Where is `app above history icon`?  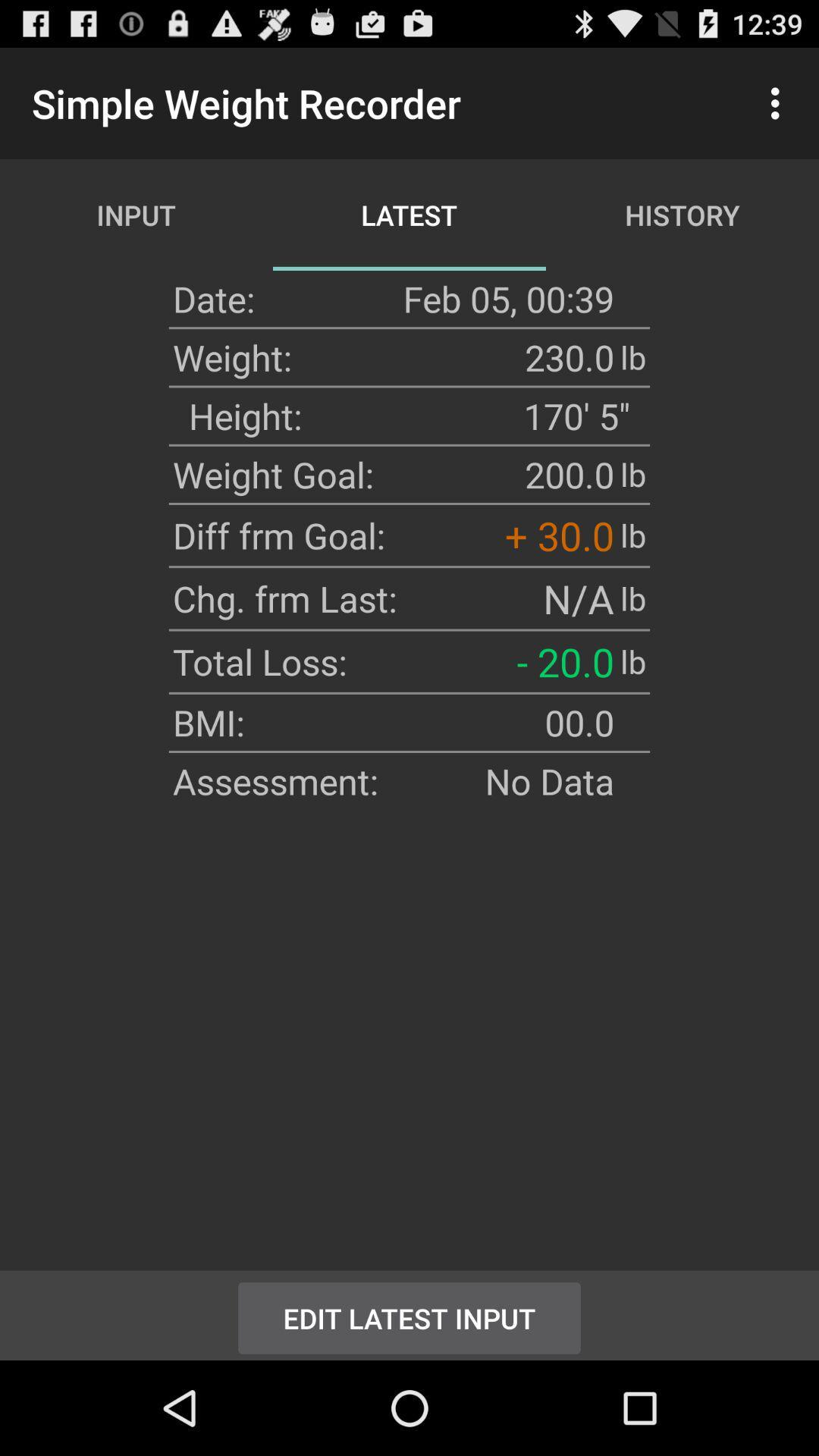
app above history icon is located at coordinates (779, 102).